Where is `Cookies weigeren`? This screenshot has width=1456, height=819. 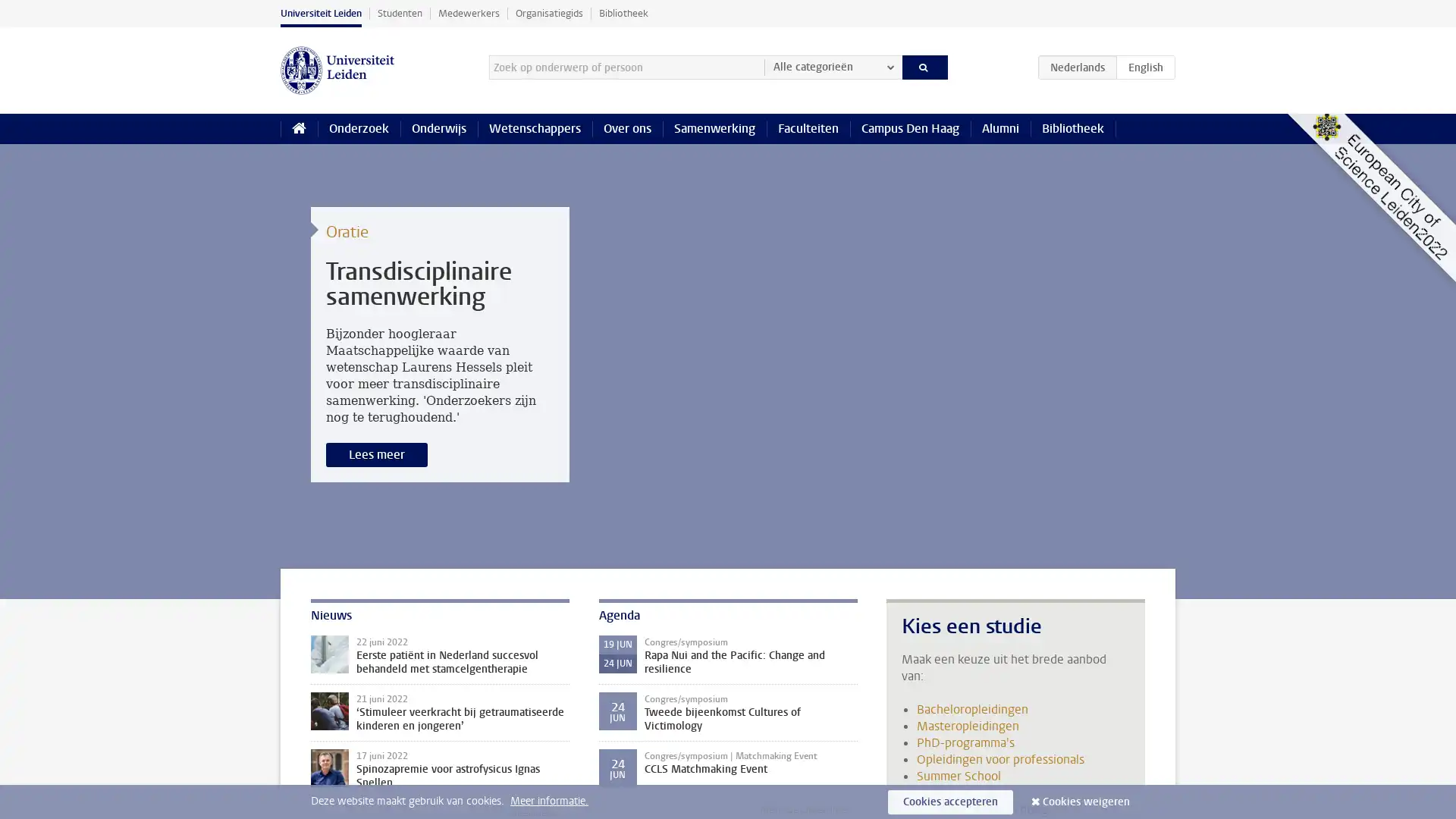 Cookies weigeren is located at coordinates (1085, 801).